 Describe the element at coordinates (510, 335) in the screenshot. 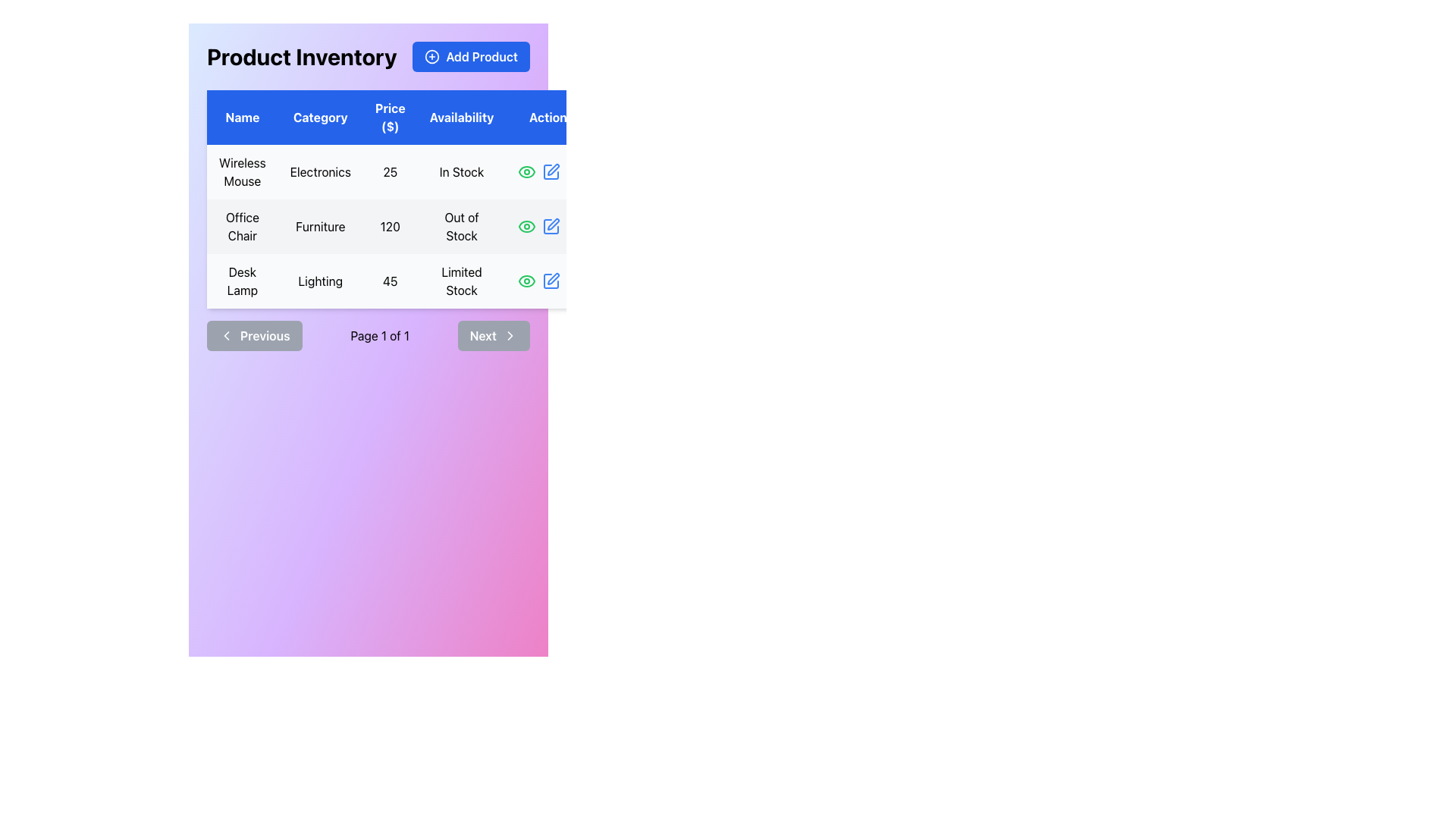

I see `the 'Next' button which contains the arrow icon on its right side` at that location.